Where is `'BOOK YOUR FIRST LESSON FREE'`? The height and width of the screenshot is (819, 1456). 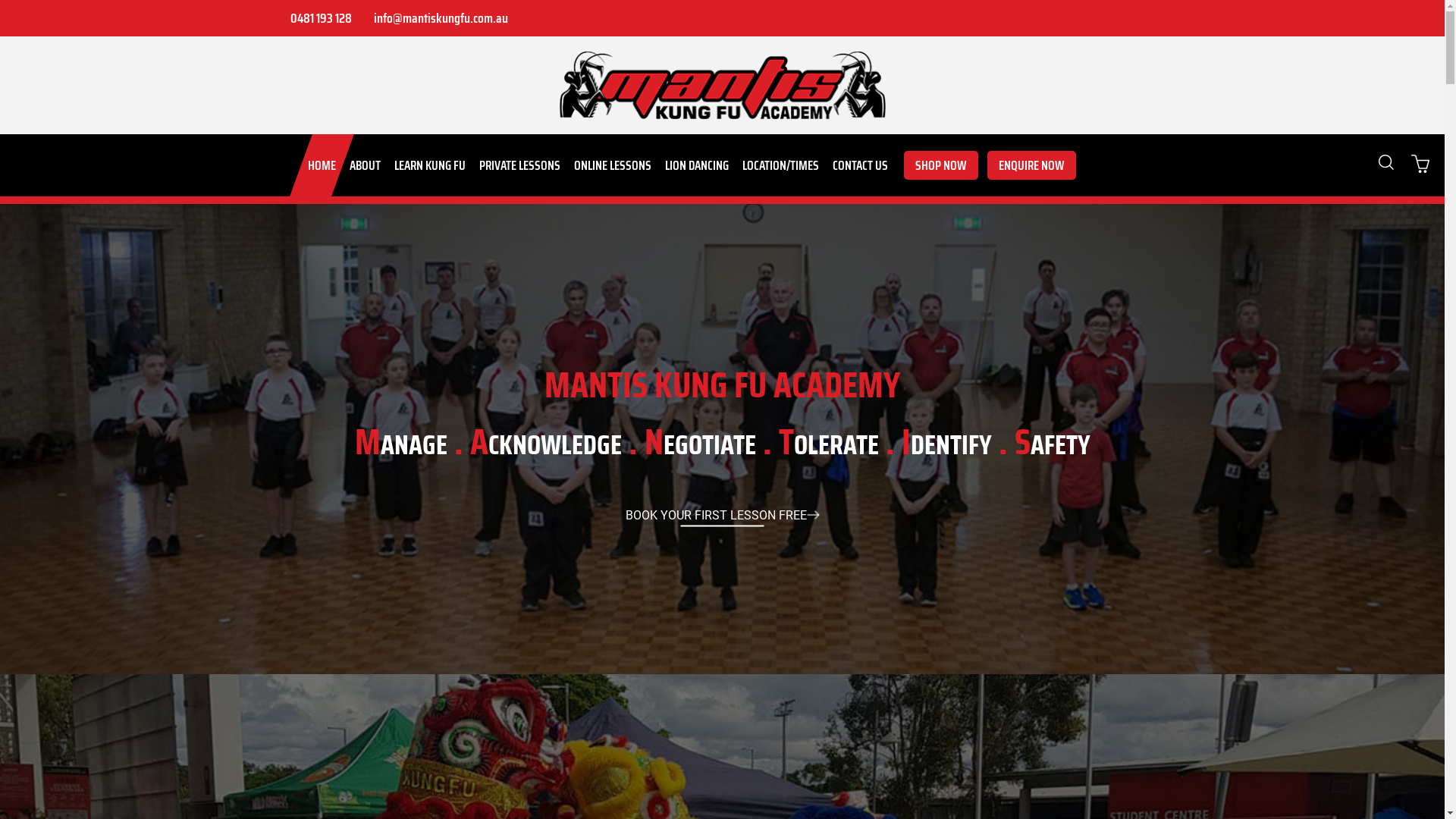
'BOOK YOUR FIRST LESSON FREE' is located at coordinates (721, 514).